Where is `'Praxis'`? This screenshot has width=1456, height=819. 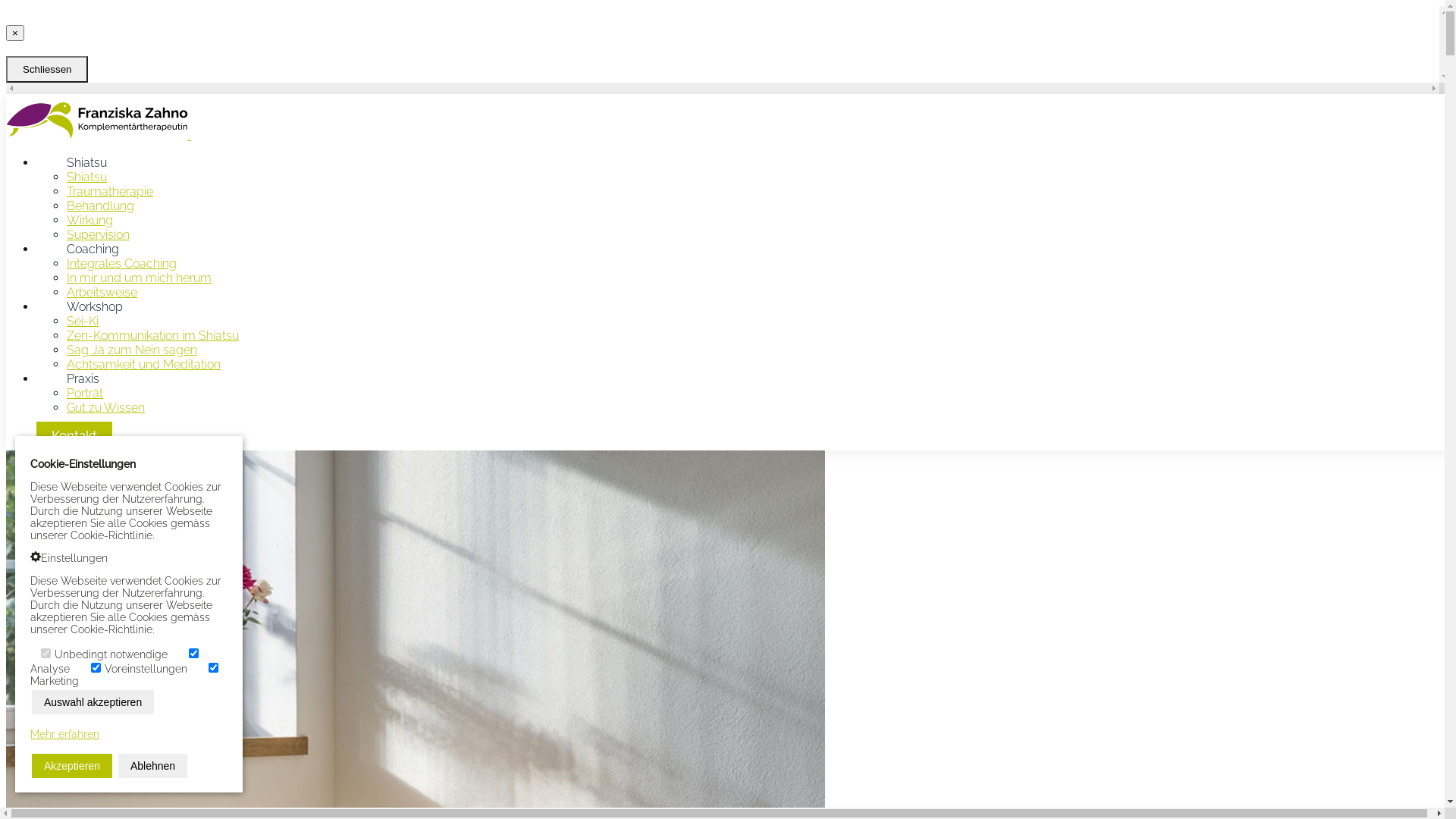
'Praxis' is located at coordinates (82, 378).